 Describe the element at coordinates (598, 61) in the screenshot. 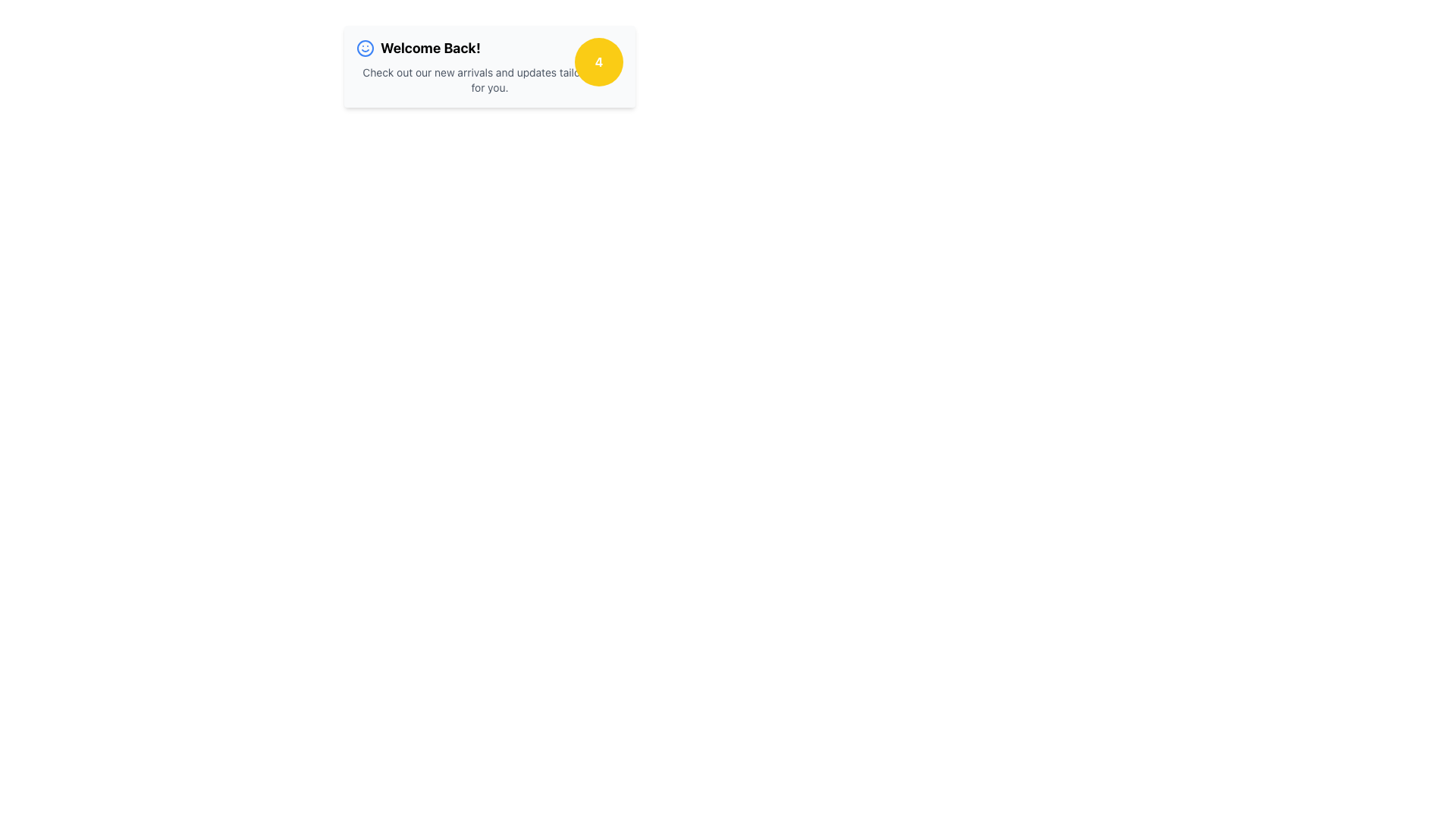

I see `the bold white numeral '4' displayed prominently within a circular yellow background, located at the top-right section of the layout adjacent to the 'Welcome Back!' message box` at that location.